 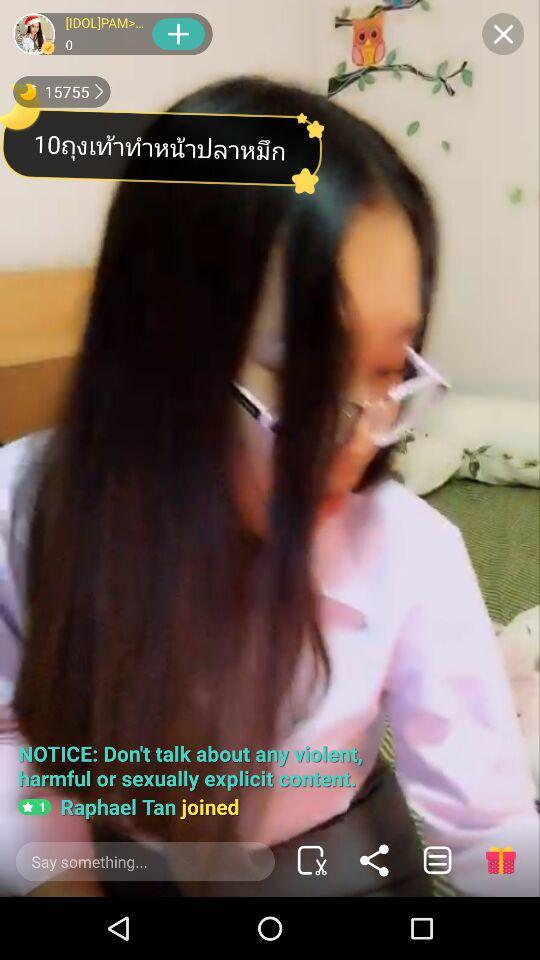 I want to click on the menu icon, so click(x=436, y=859).